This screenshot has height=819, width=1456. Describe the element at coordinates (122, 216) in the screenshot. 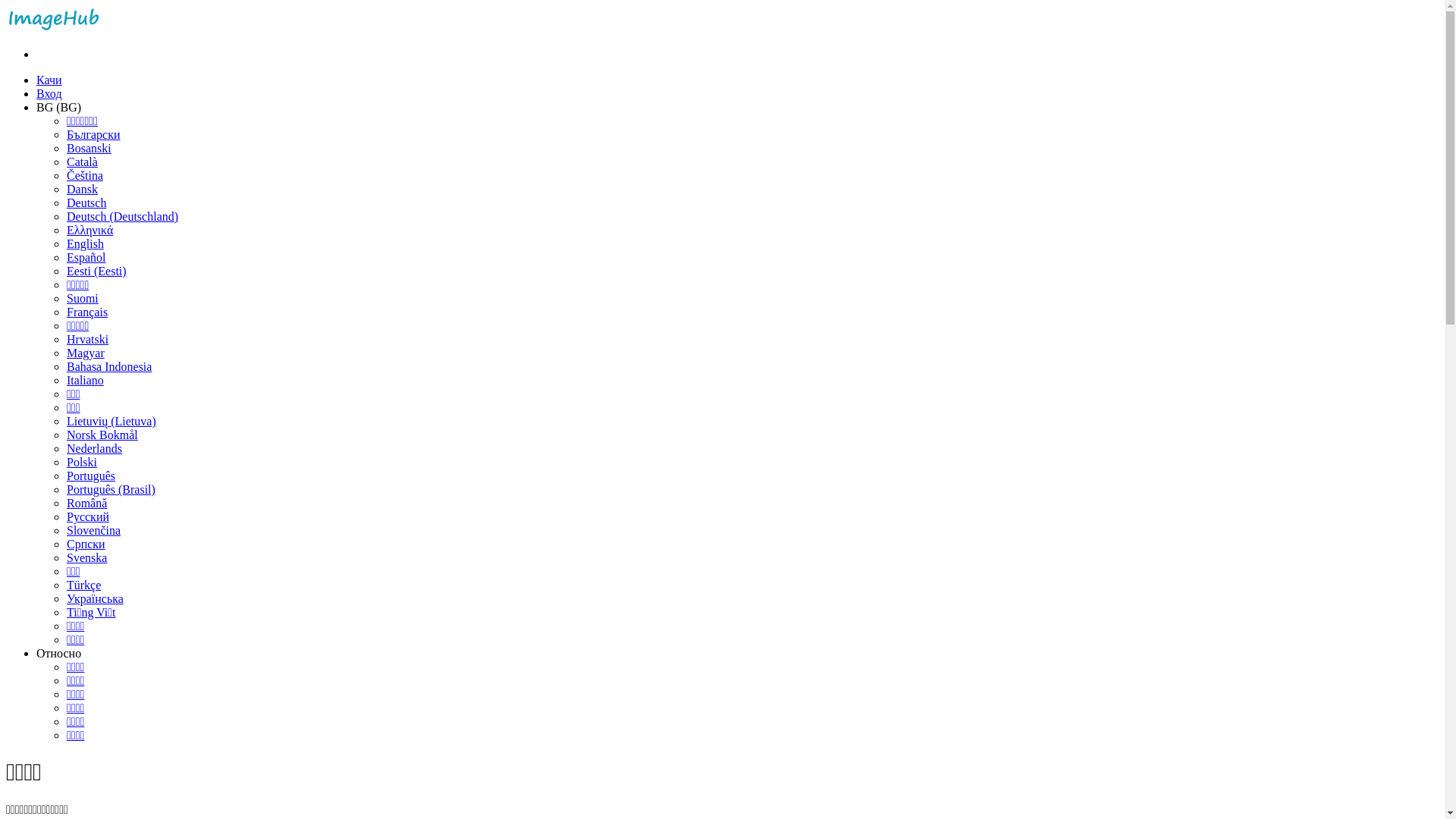

I see `'Deutsch (Deutschland)'` at that location.